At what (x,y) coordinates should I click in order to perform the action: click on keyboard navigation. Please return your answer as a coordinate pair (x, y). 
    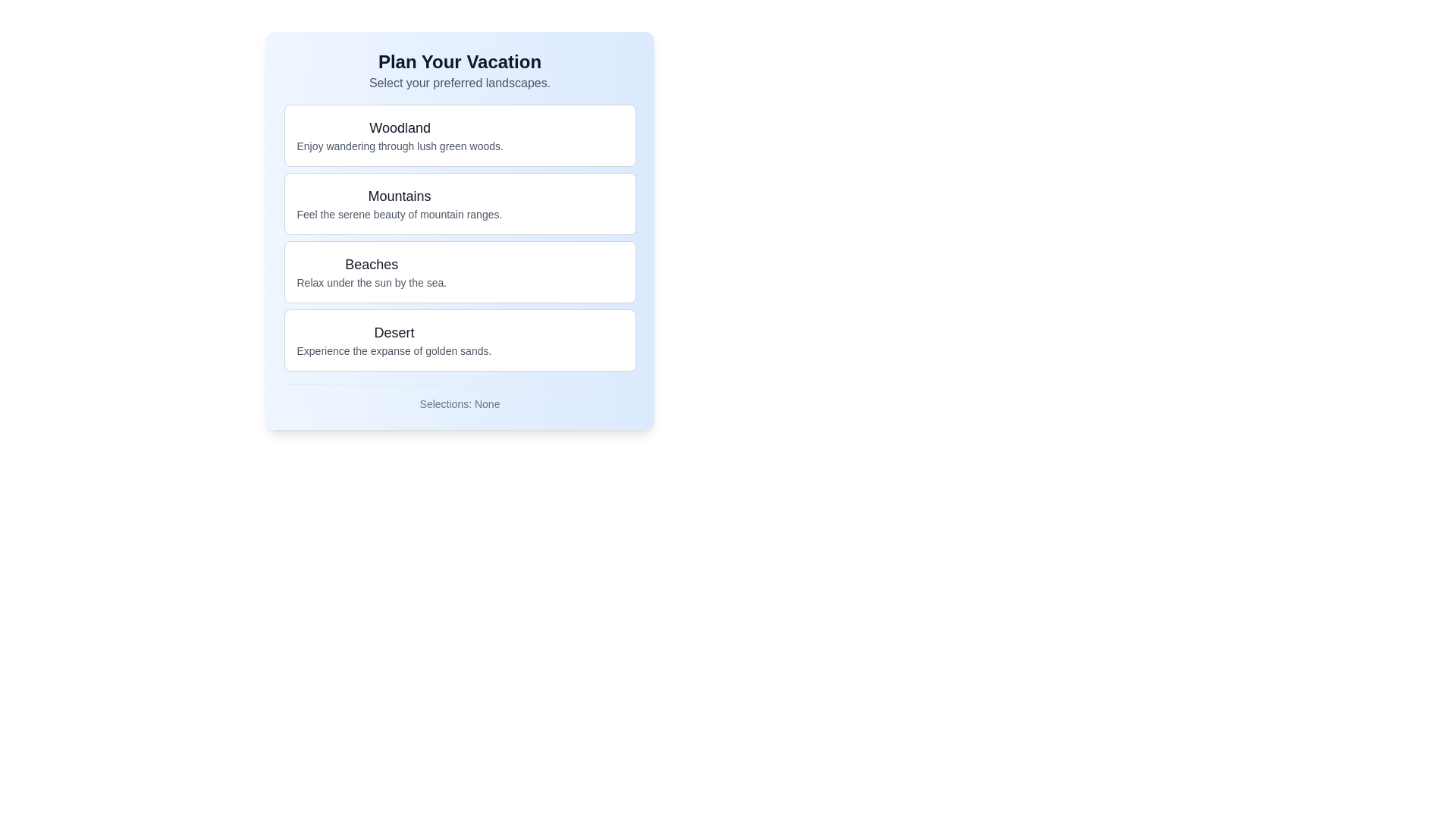
    Looking at the image, I should click on (372, 271).